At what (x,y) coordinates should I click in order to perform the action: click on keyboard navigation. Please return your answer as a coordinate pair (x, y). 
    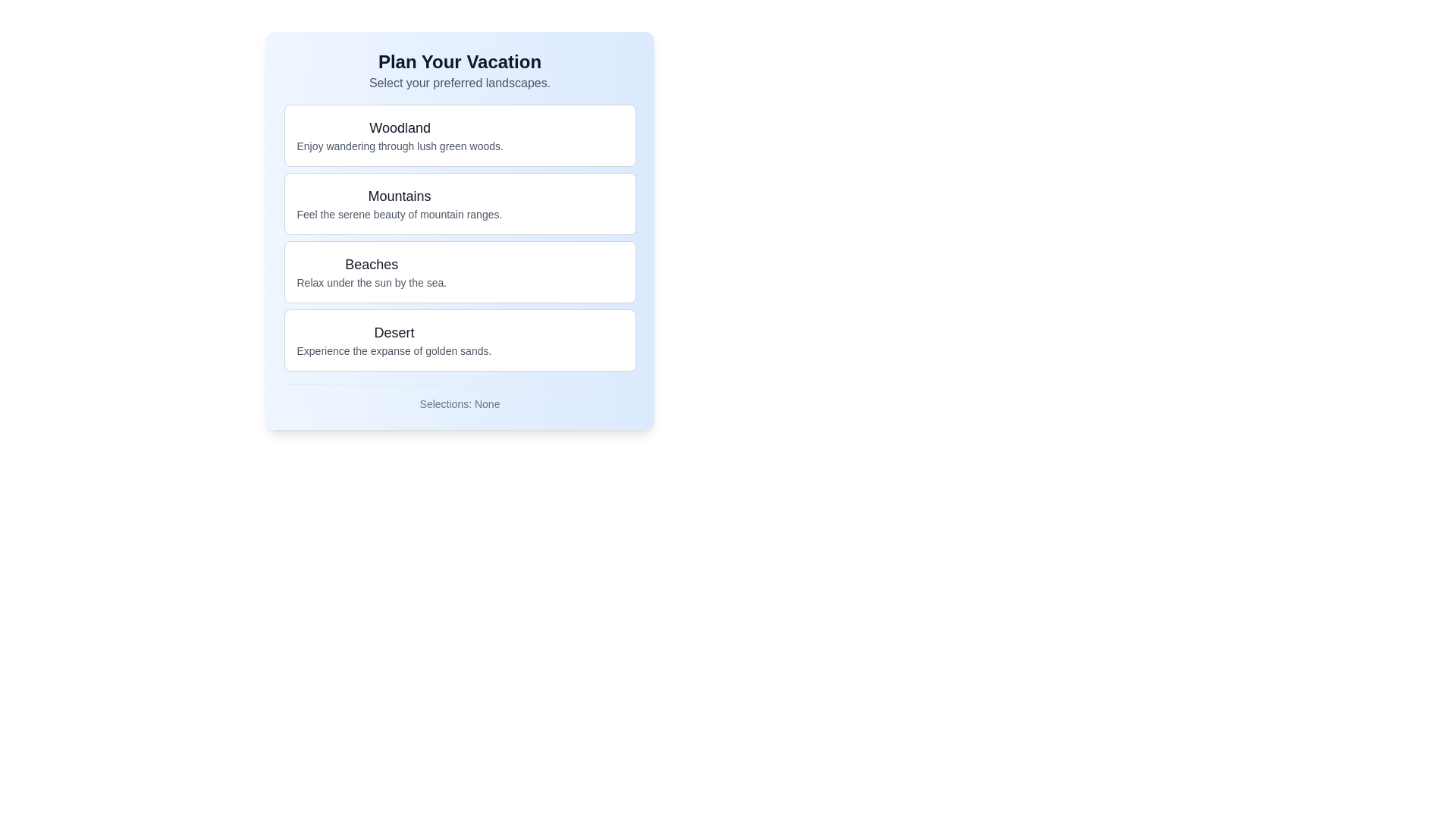
    Looking at the image, I should click on (372, 271).